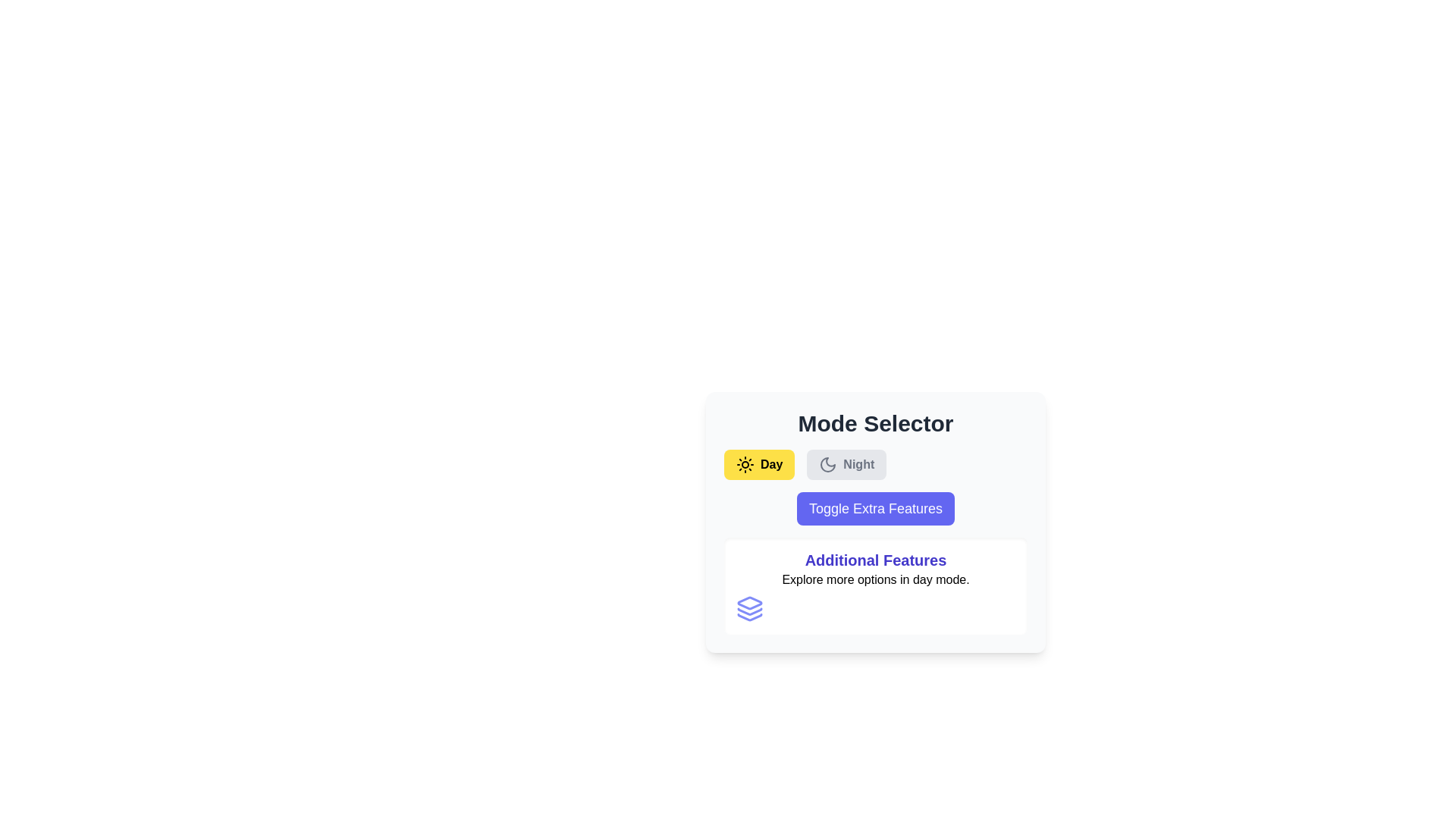 This screenshot has height=819, width=1456. What do you see at coordinates (876, 522) in the screenshot?
I see `the toggle button located below the 'Day' and 'Night' toggle buttons and above the 'Additional Features' text box` at bounding box center [876, 522].